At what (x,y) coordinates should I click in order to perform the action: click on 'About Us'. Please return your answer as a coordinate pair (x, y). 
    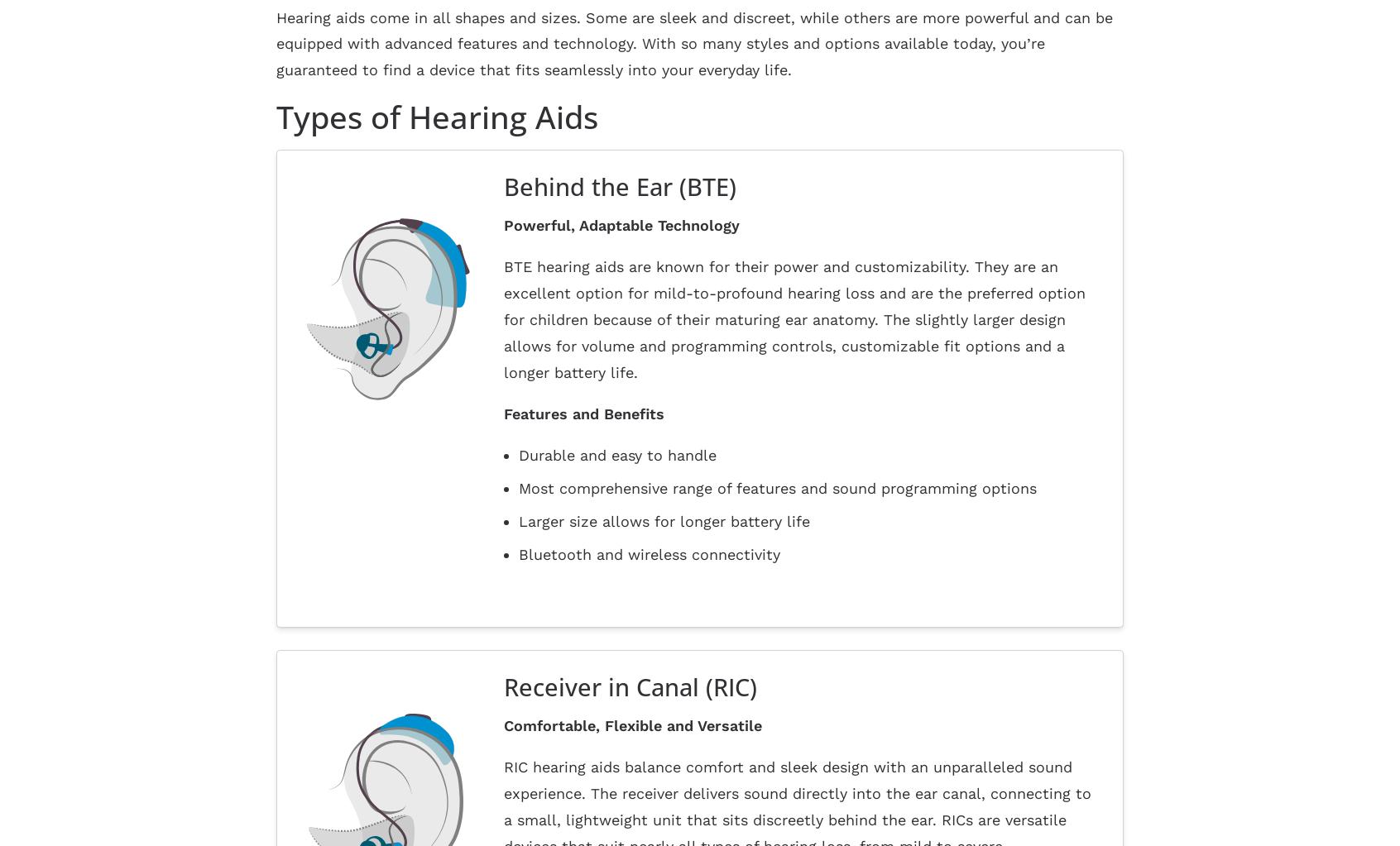
    Looking at the image, I should click on (702, 600).